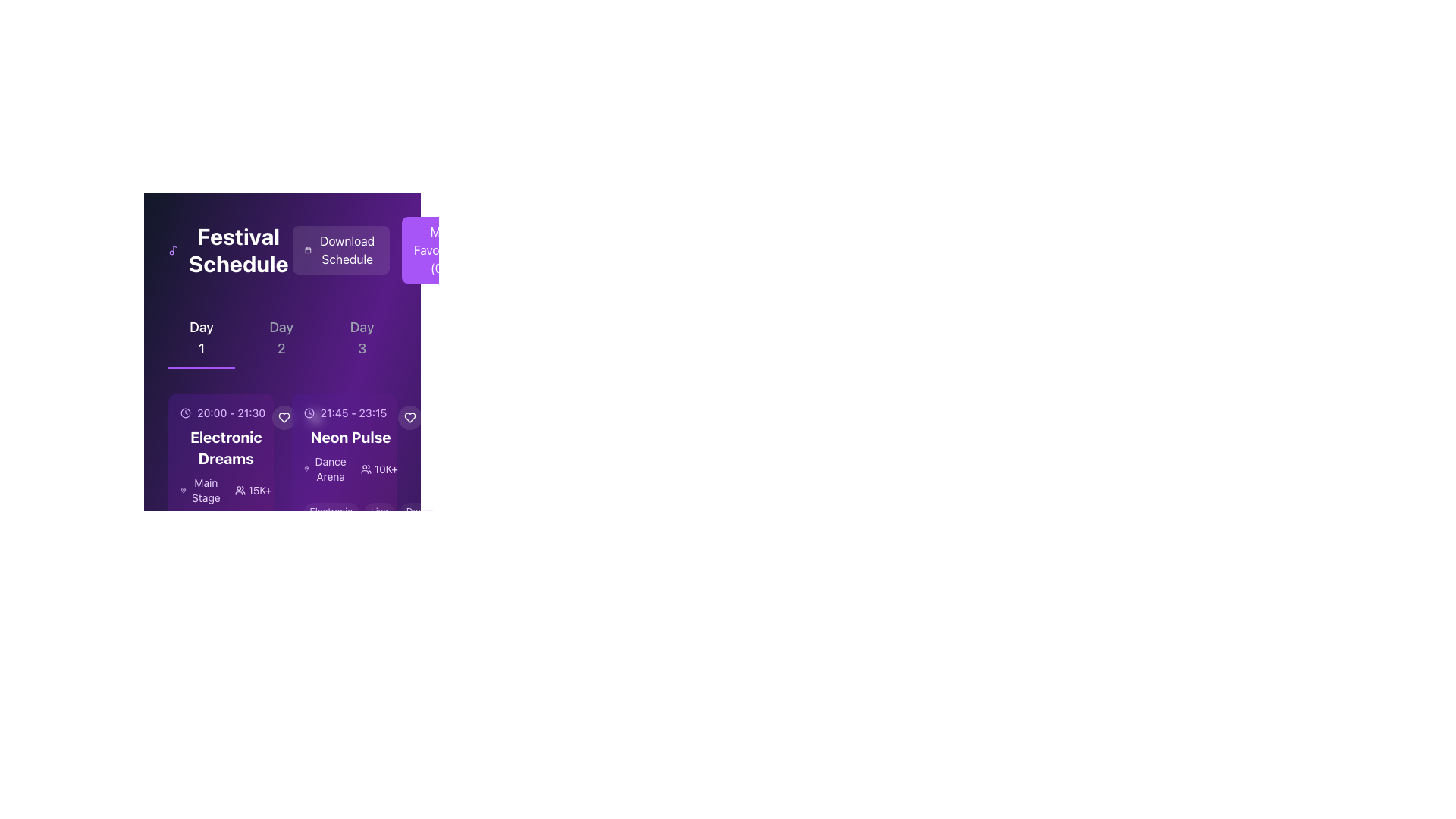 The image size is (1456, 819). What do you see at coordinates (239, 491) in the screenshot?
I see `the group of people icon, which is outlined in purple and located to the left of the '15K+' text under the 'Electronic Dreams' title in the schedule card` at bounding box center [239, 491].